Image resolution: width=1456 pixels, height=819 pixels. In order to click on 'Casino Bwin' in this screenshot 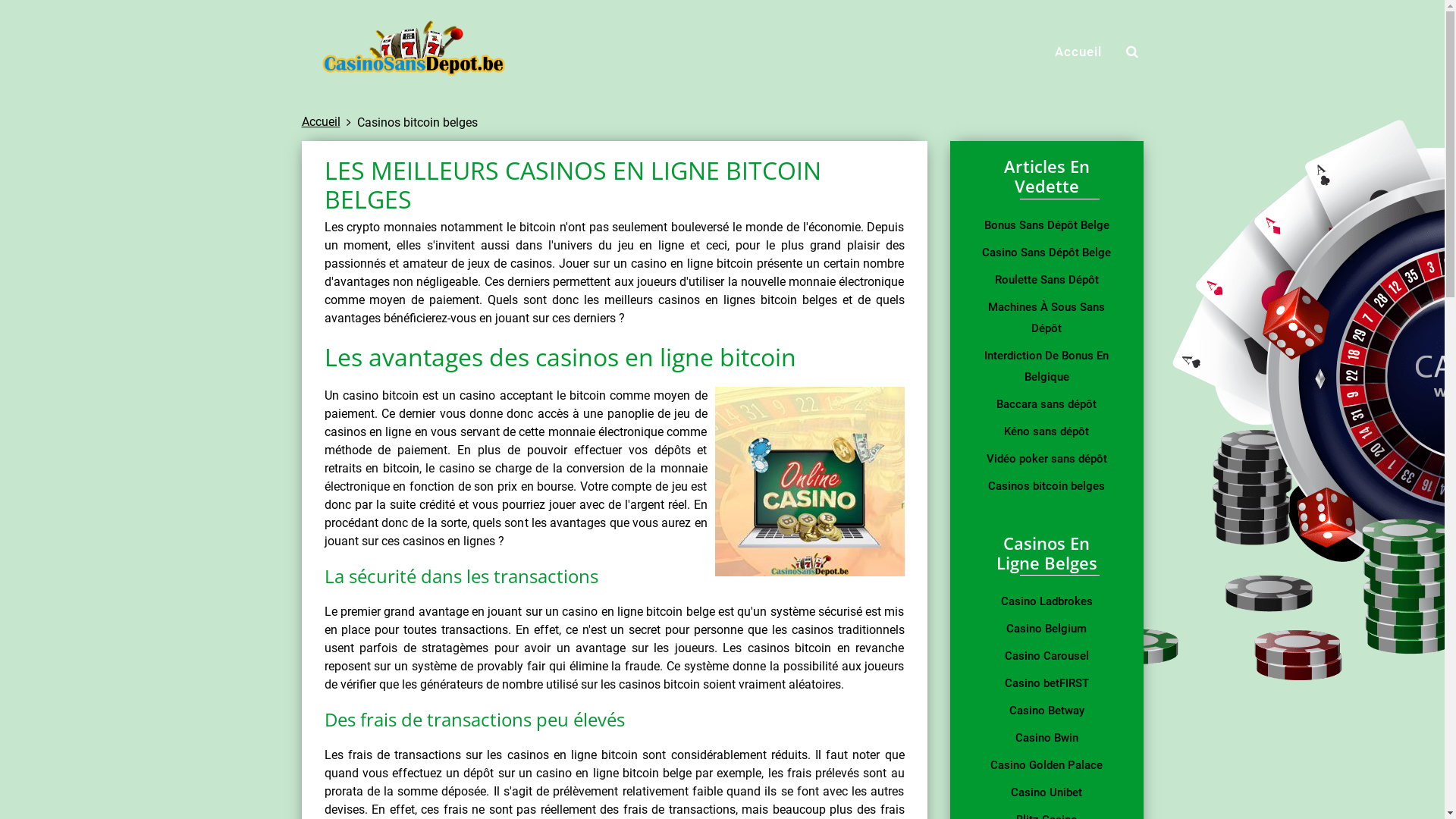, I will do `click(1045, 736)`.